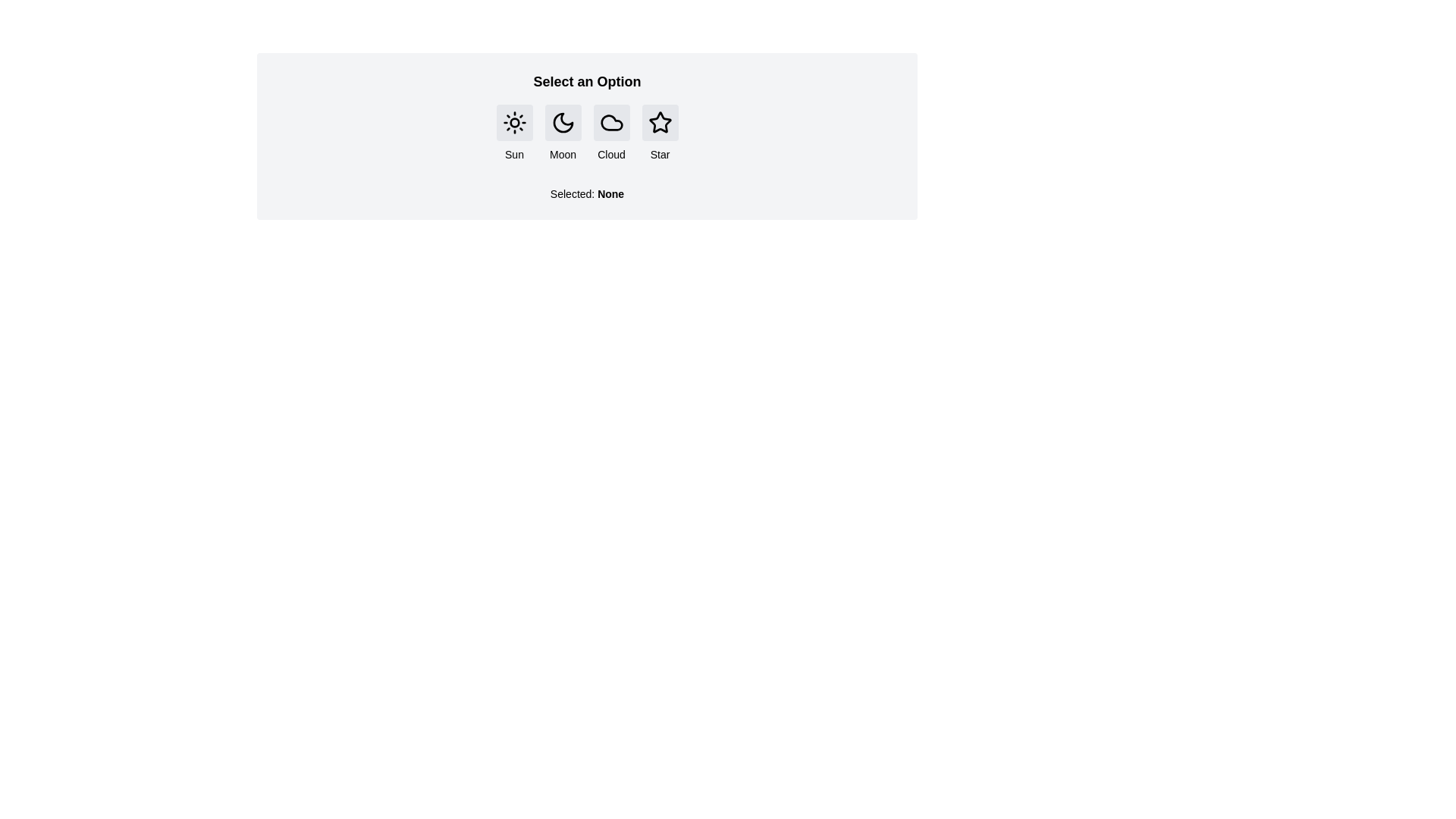 The image size is (1456, 819). Describe the element at coordinates (514, 122) in the screenshot. I see `the sun icon button, which is the first icon in the 'Select an Option' group` at that location.